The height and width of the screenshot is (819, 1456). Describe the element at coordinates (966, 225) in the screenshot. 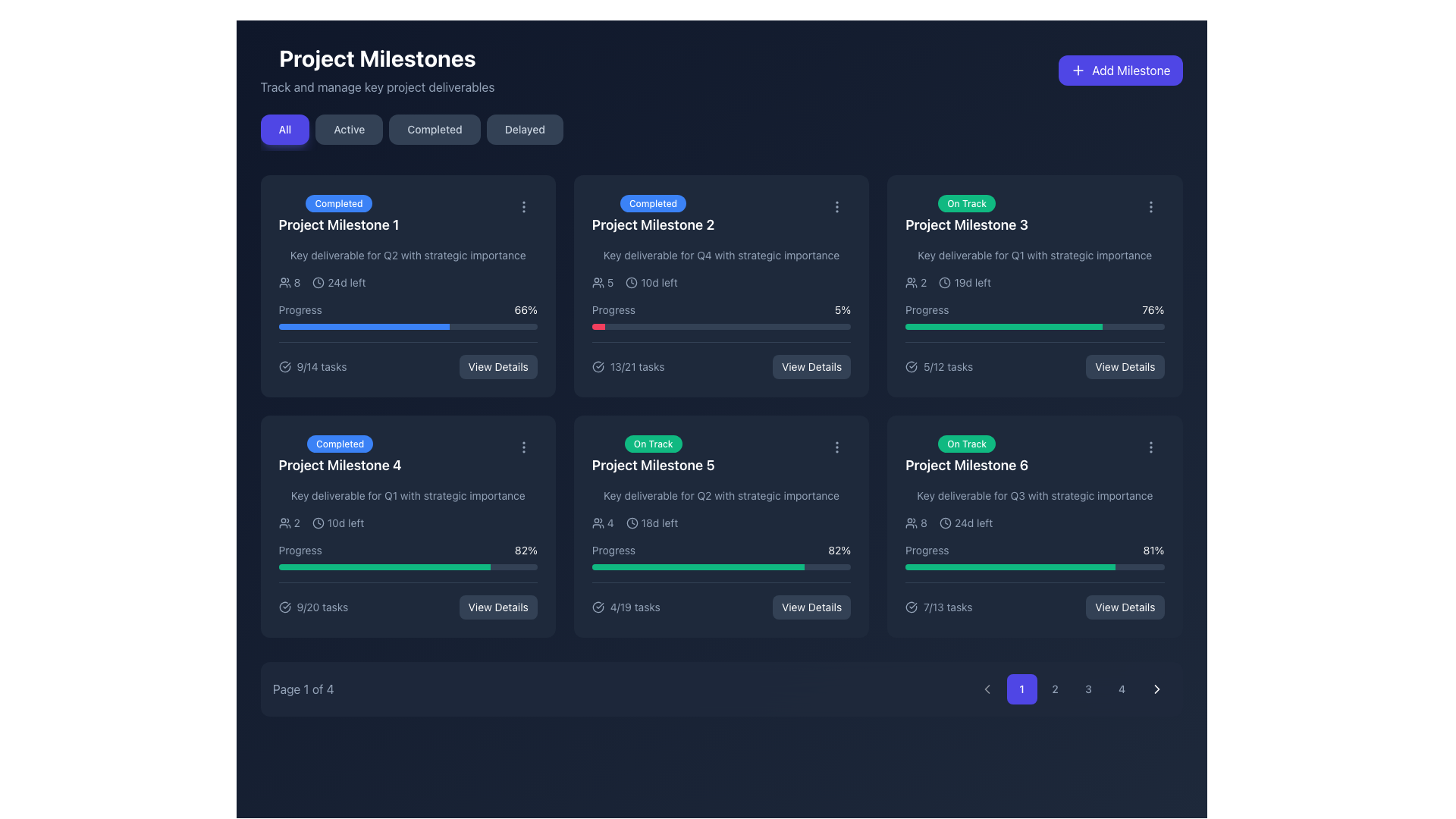

I see `the text label 'Project Milestone 3', which is displayed in a bold, large font with white coloring against a dark background, located below the 'On Track' badge in the top-right card of the grid layout` at that location.